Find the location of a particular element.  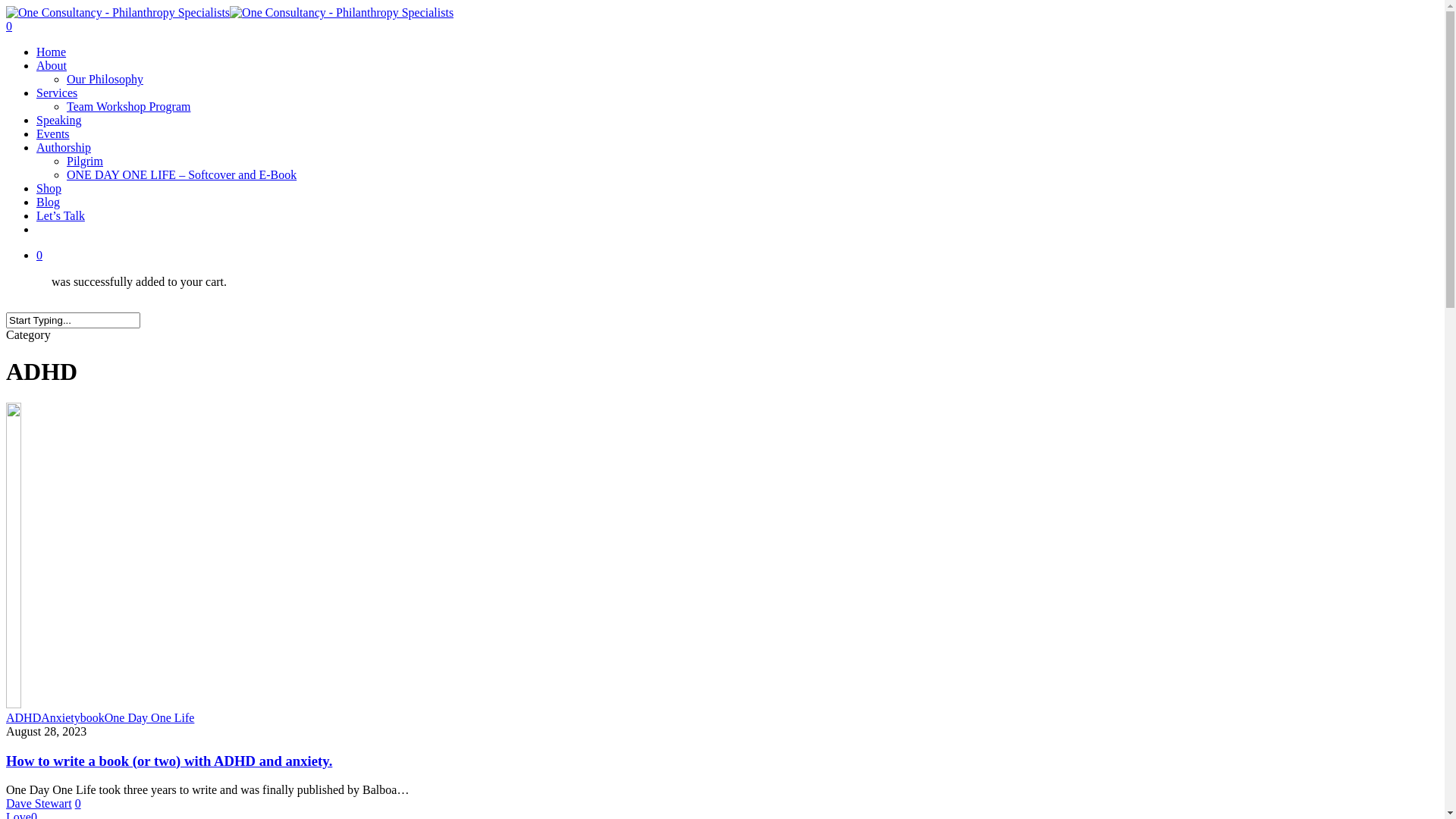

'Authorship' is located at coordinates (62, 147).